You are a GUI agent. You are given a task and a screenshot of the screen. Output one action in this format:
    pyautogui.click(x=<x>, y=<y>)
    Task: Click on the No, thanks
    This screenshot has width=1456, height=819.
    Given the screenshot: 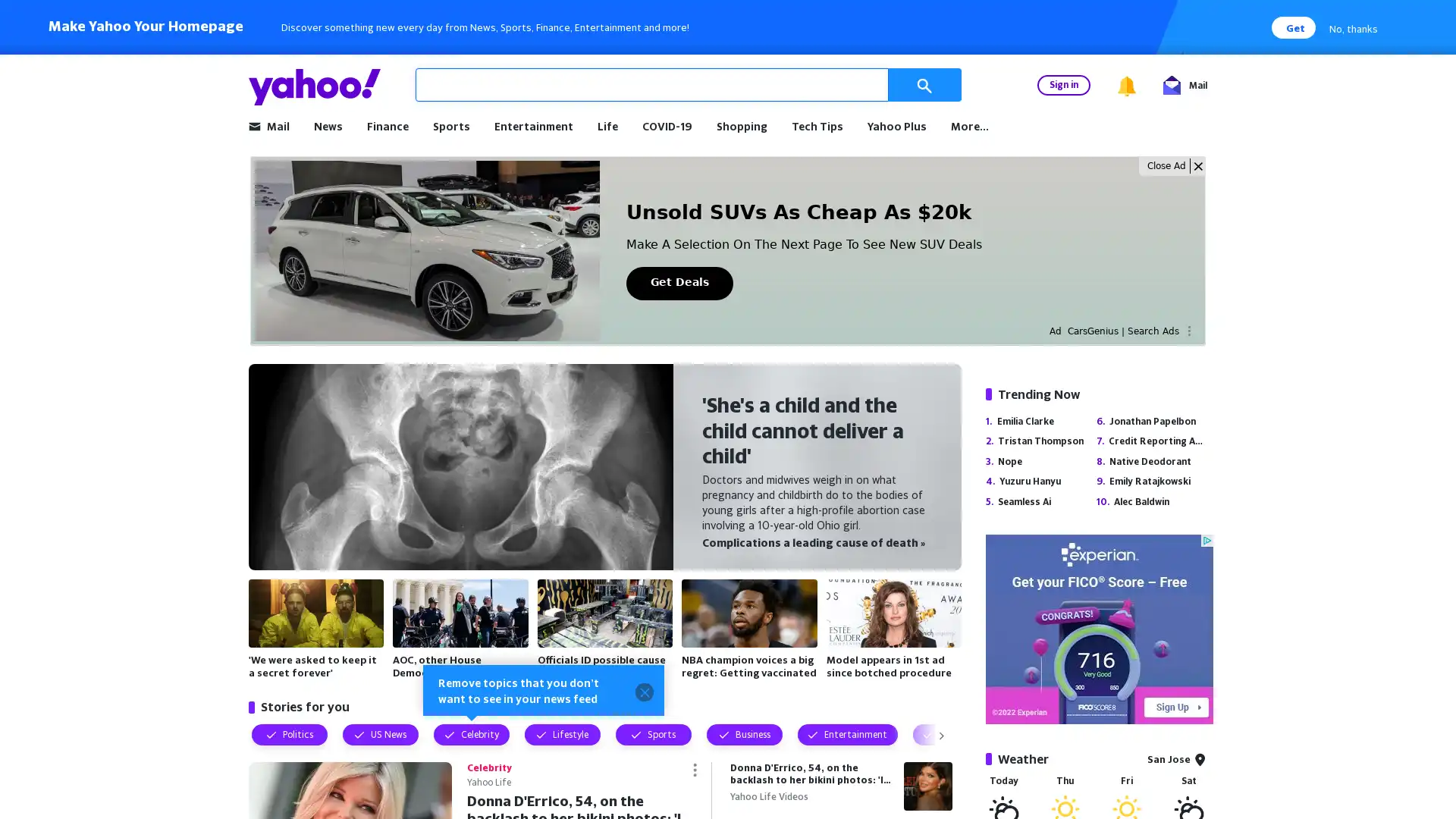 What is the action you would take?
    pyautogui.click(x=1354, y=29)
    